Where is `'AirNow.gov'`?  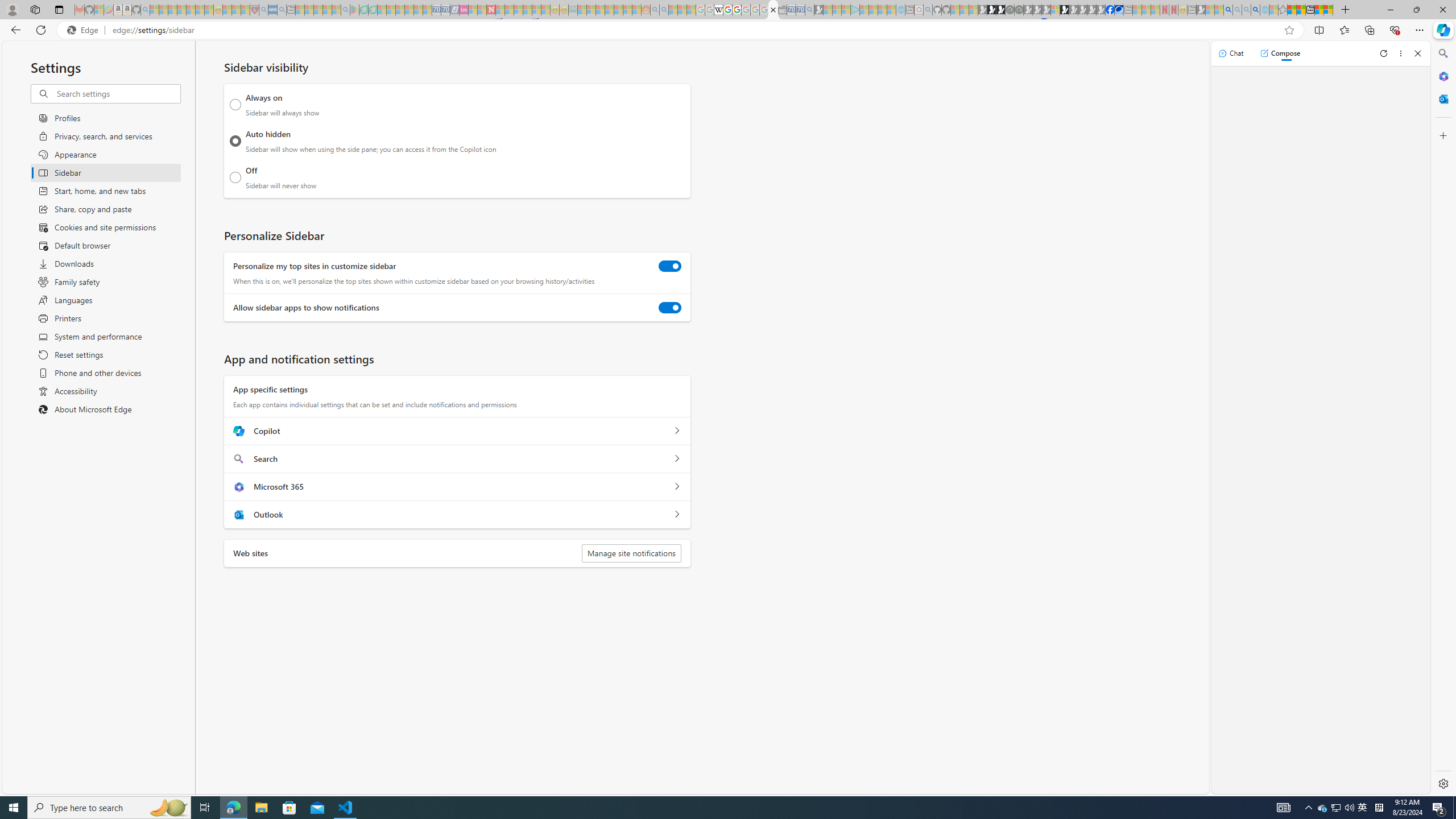
'AirNow.gov' is located at coordinates (1118, 9).